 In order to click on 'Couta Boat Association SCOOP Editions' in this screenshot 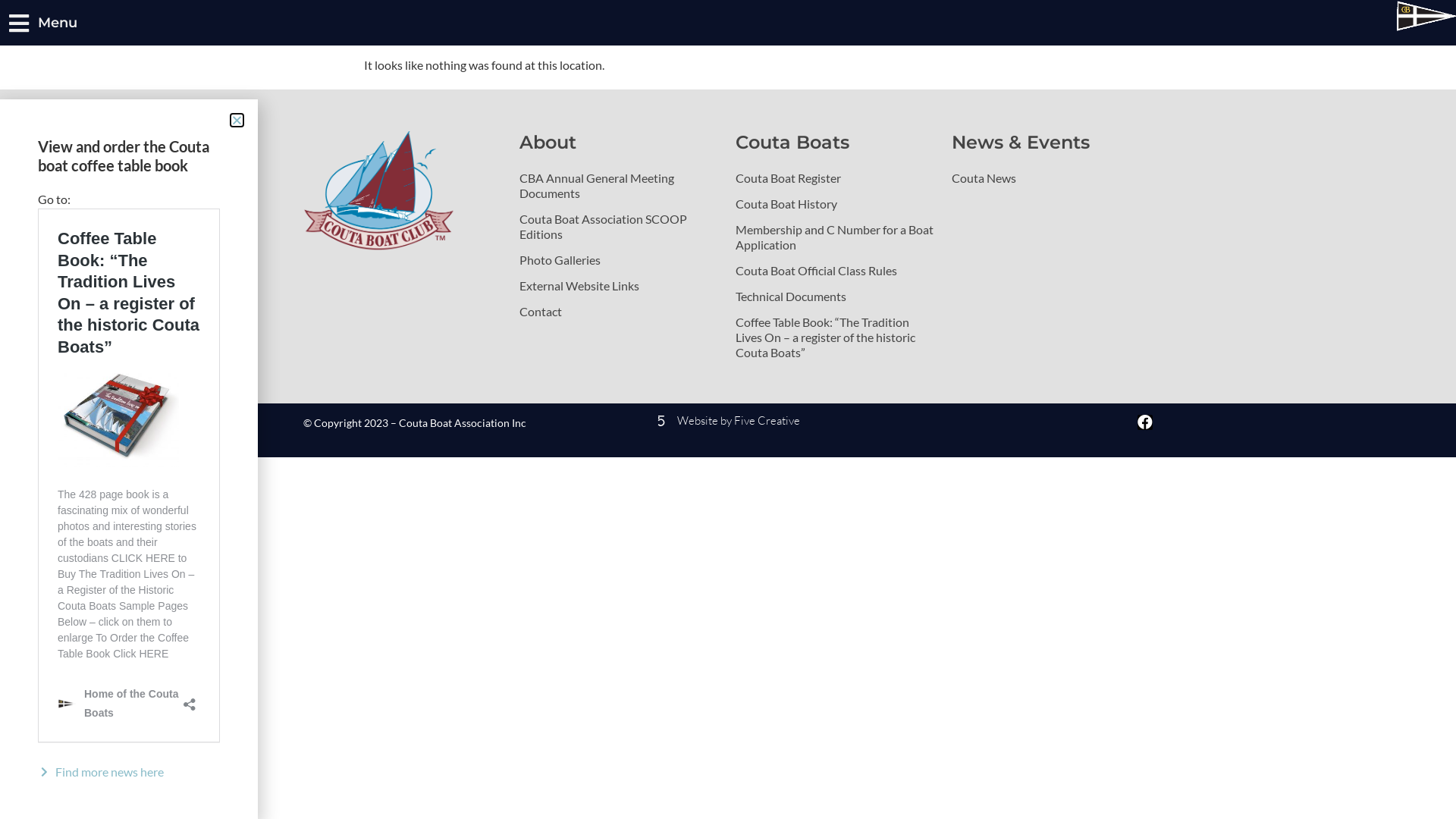, I will do `click(620, 227)`.